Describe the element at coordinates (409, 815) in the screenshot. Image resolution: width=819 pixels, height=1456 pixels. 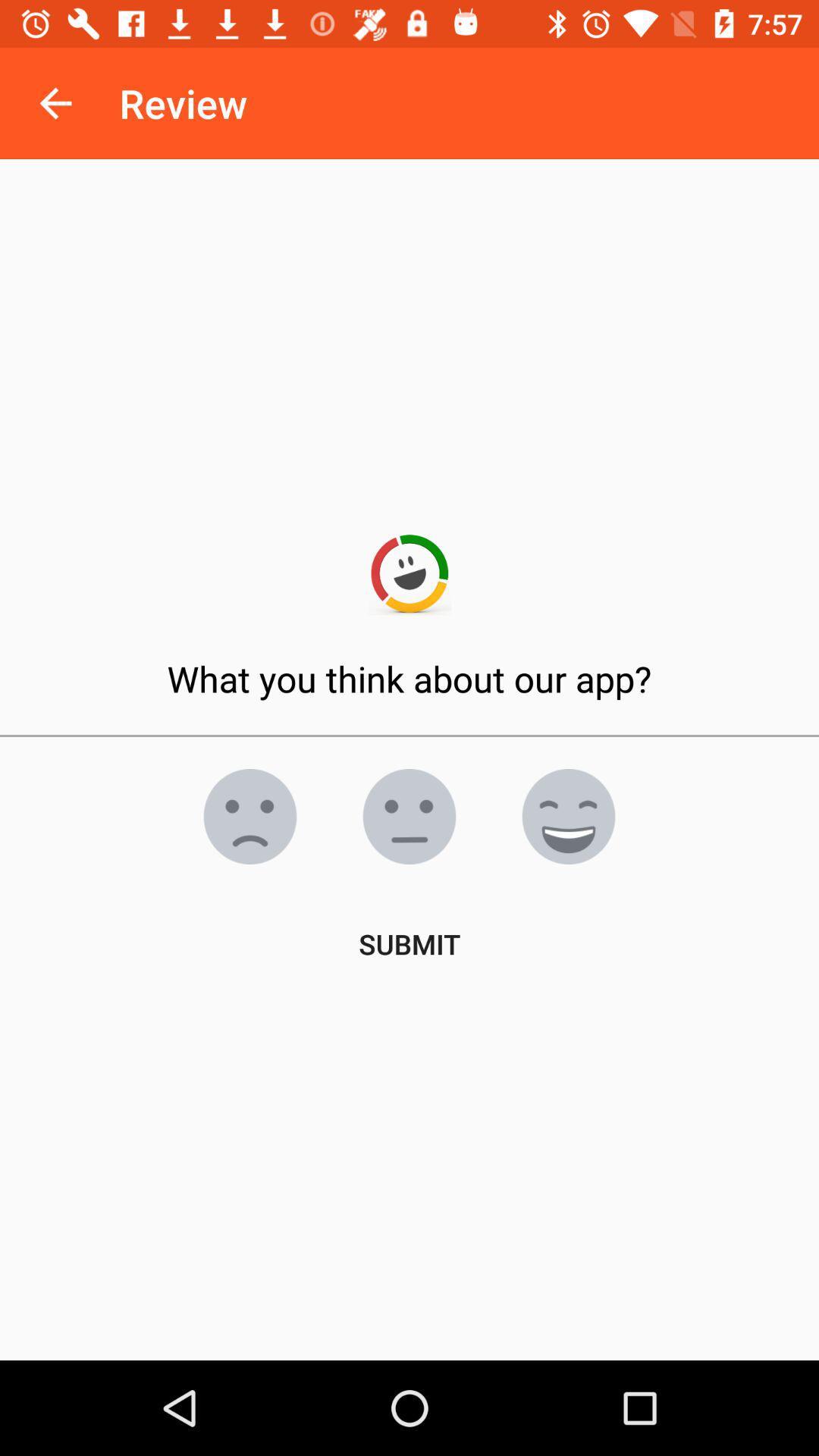
I see `the emoji icon` at that location.